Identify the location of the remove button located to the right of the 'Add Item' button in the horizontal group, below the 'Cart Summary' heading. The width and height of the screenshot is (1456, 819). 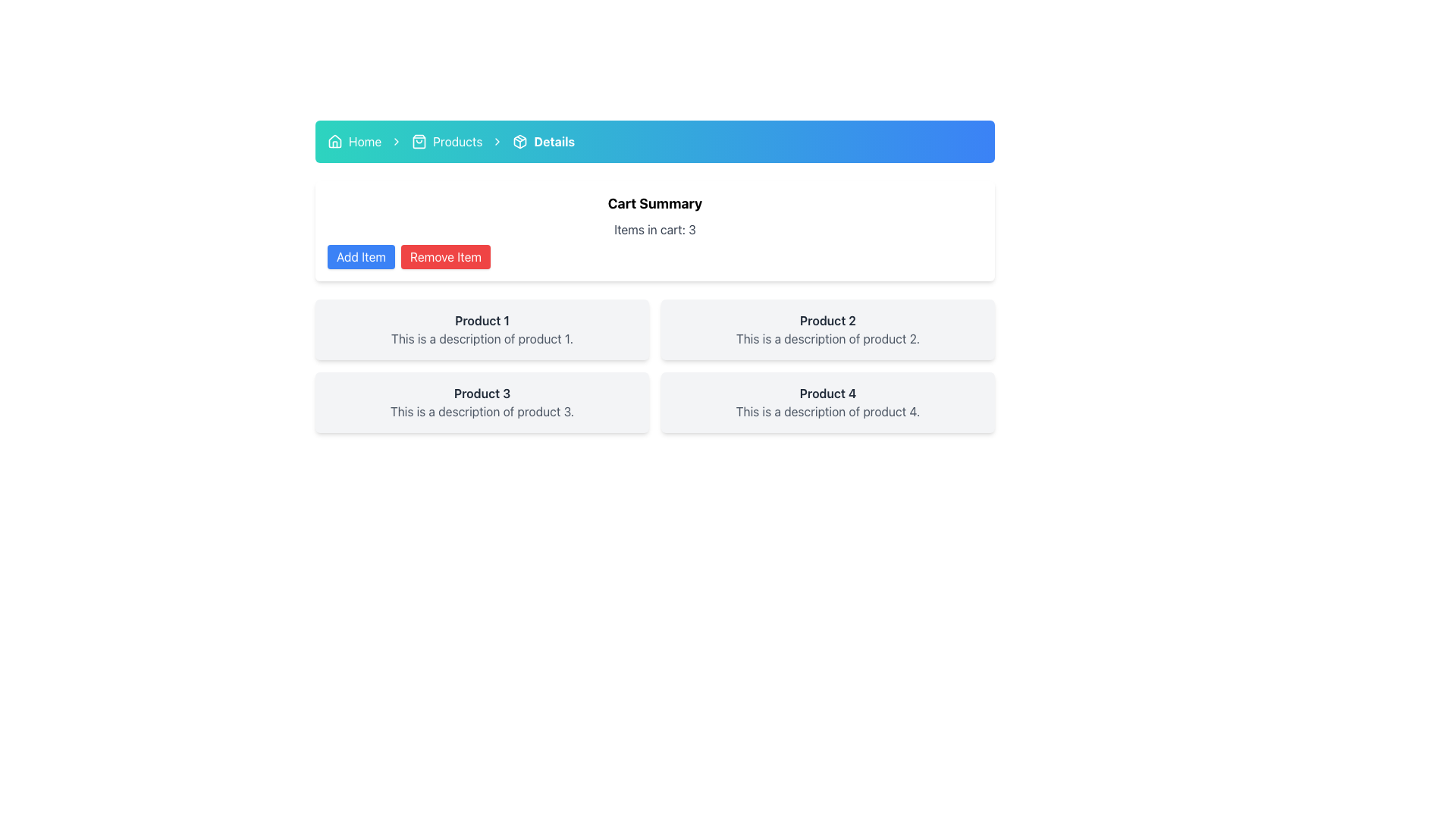
(445, 256).